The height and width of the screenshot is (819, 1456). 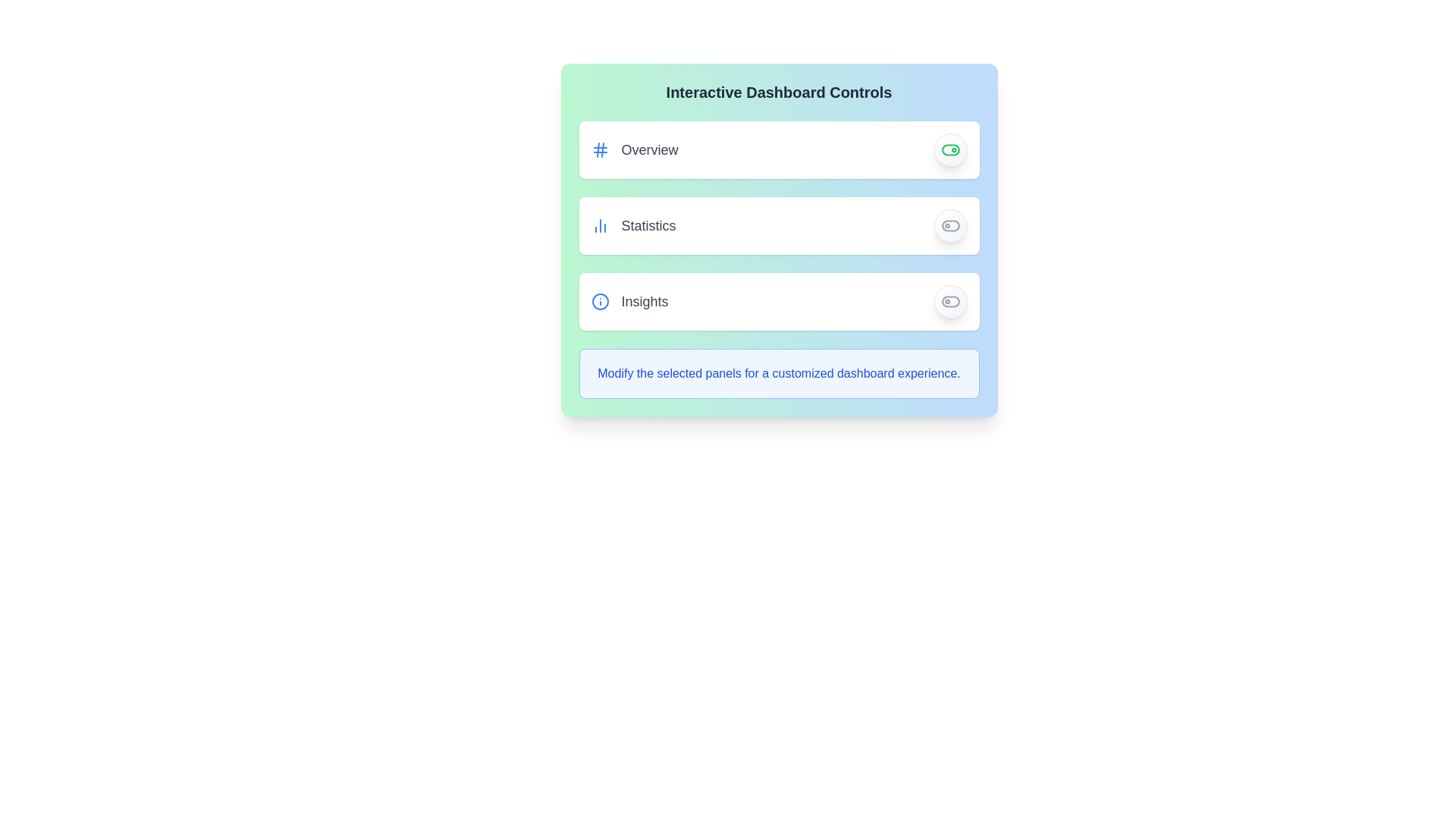 I want to click on the right vertical decorative line that forms part of the hashtag symbol in the 'Overview' section of the 'Interactive Dashboard Controls' component, so click(x=601, y=149).